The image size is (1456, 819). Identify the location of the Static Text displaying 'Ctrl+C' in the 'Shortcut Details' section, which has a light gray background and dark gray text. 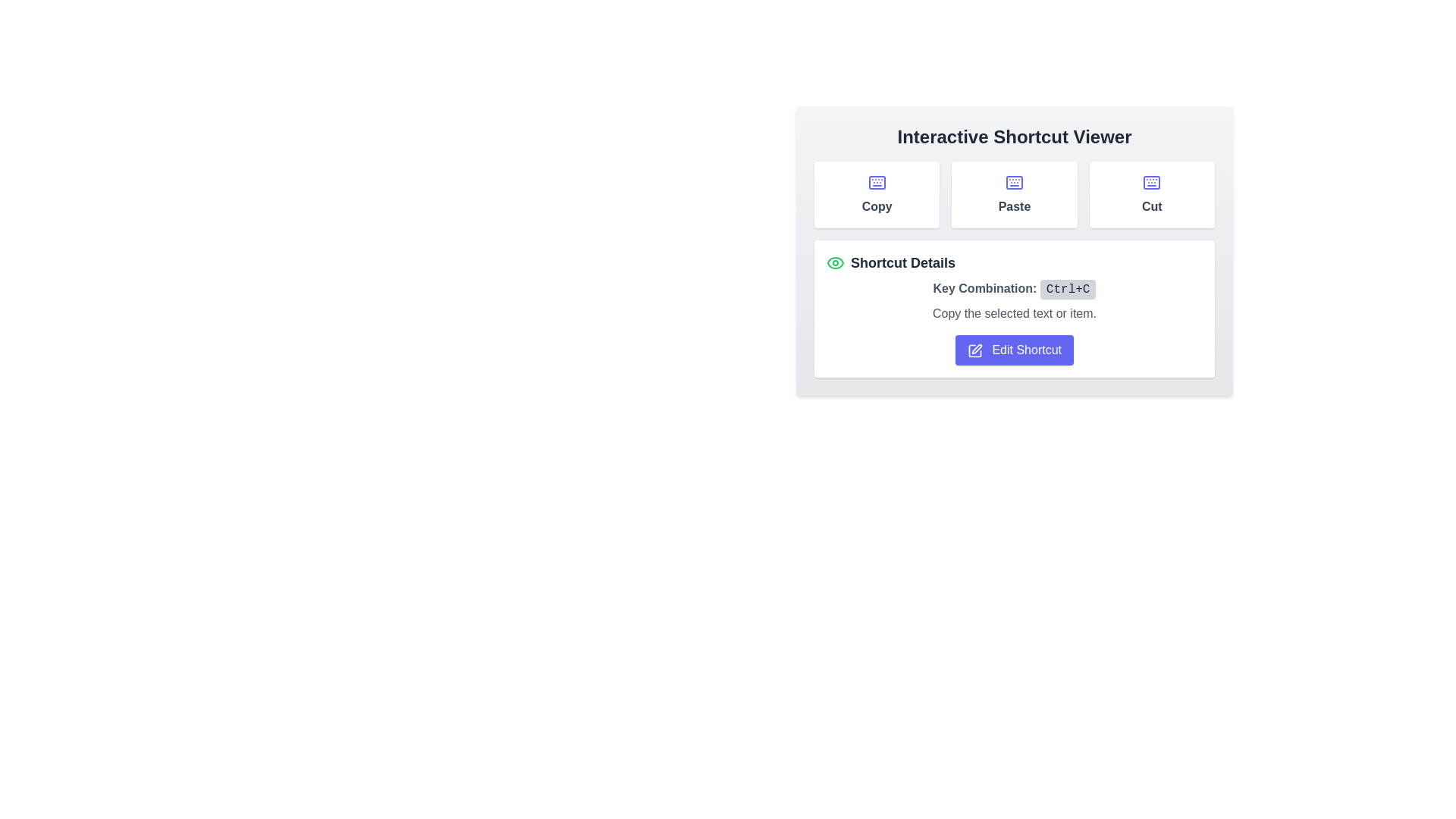
(1067, 289).